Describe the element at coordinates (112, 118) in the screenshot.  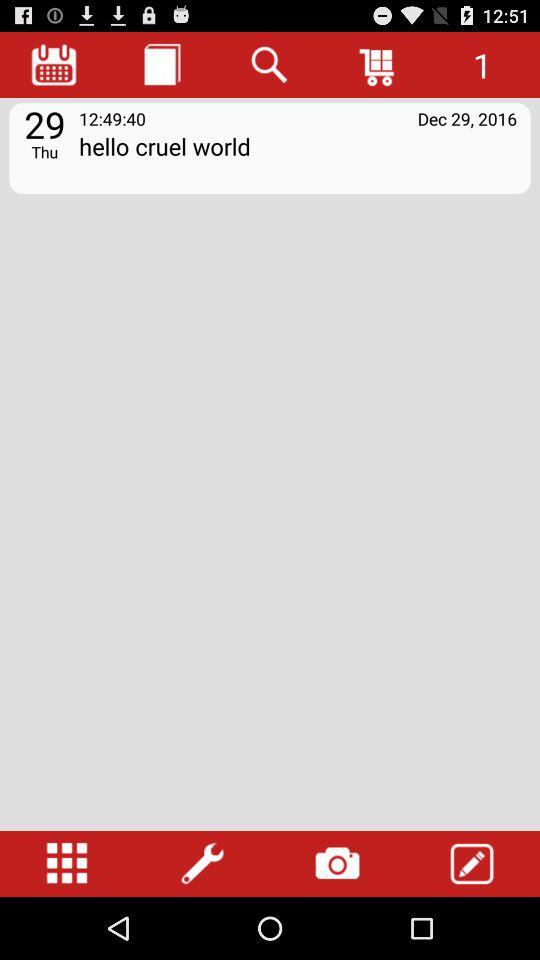
I see `icon next to dec 29, 2016 app` at that location.